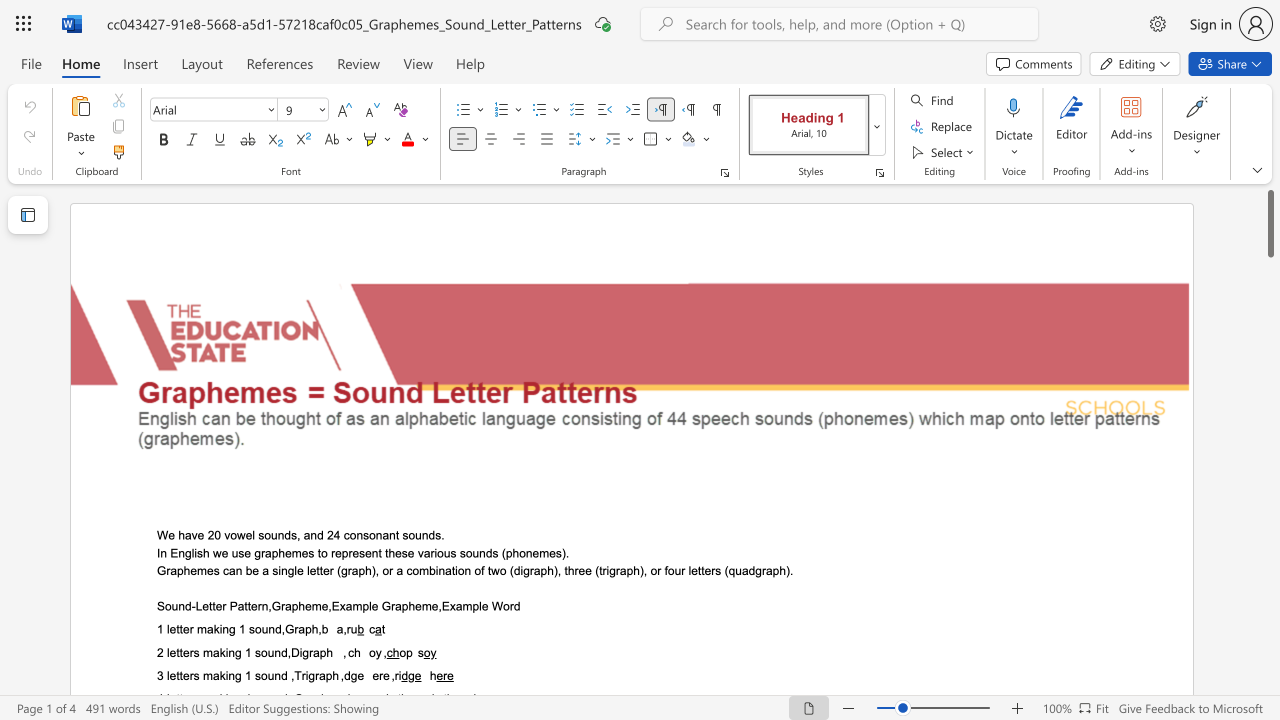  Describe the element at coordinates (1269, 550) in the screenshot. I see `the scrollbar to scroll the page down` at that location.